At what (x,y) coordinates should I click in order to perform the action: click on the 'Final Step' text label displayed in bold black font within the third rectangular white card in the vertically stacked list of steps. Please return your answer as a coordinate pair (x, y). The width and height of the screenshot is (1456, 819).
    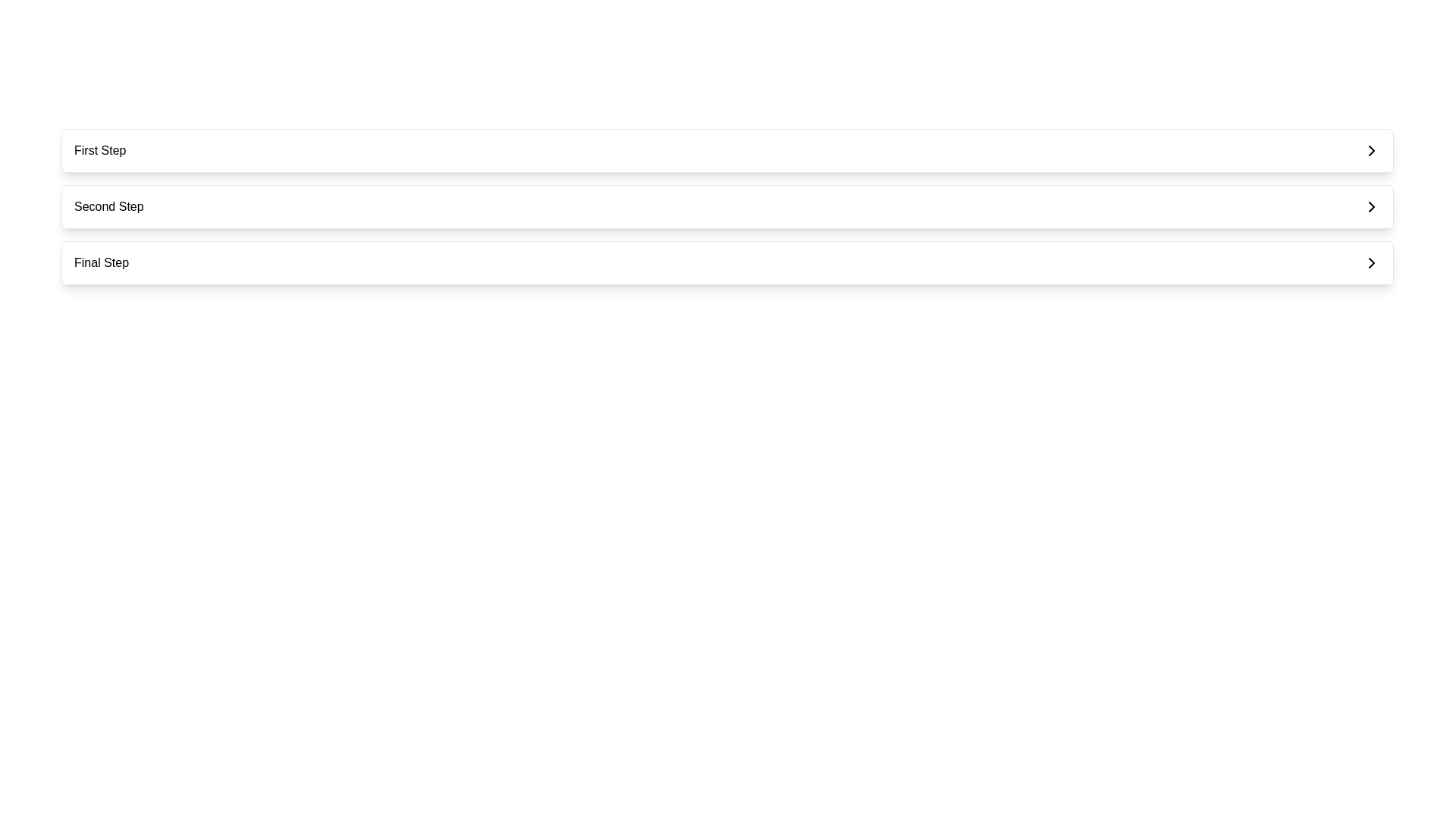
    Looking at the image, I should click on (101, 262).